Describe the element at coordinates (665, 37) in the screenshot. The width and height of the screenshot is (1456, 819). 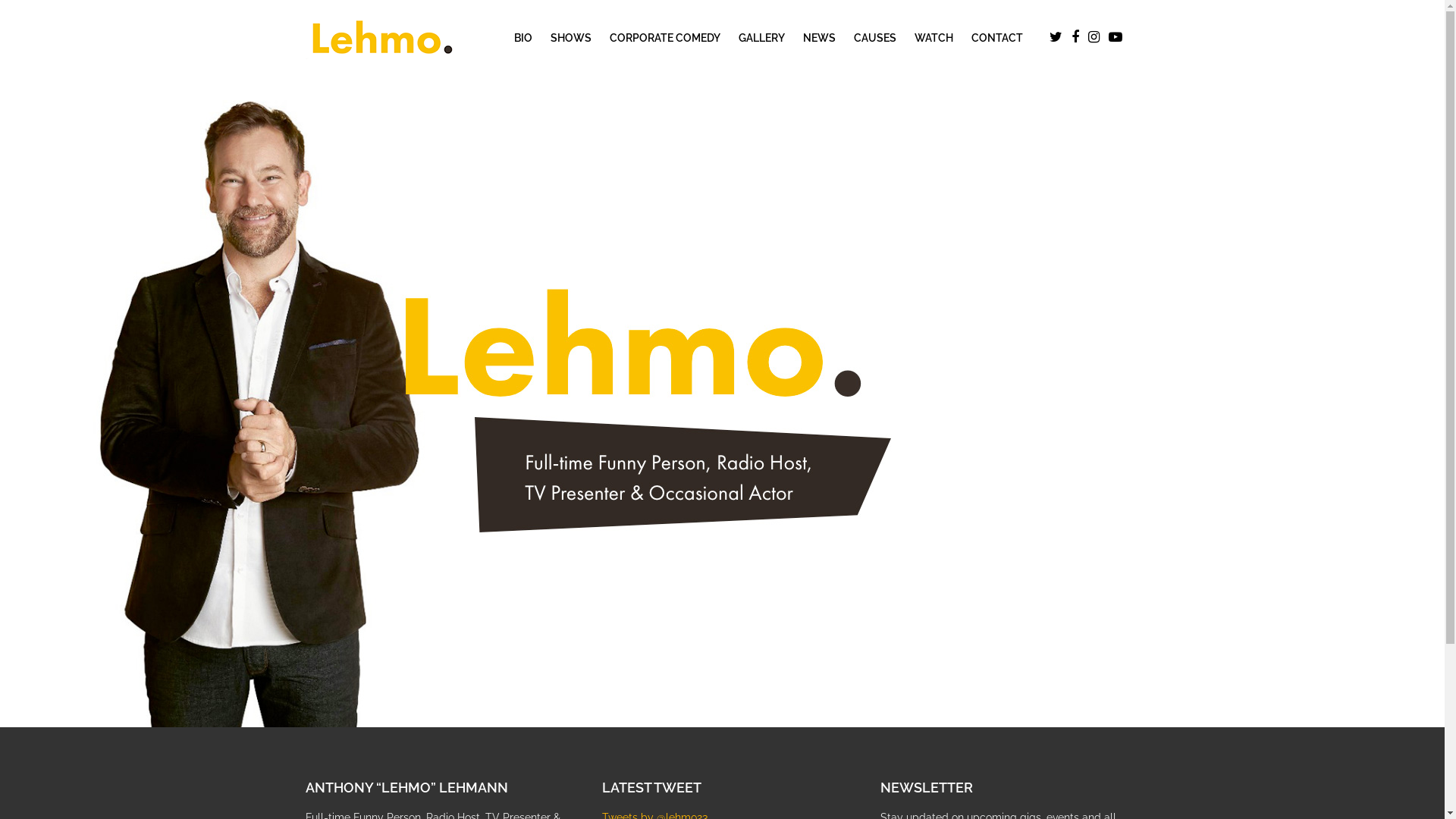
I see `'CORPORATE COMEDY'` at that location.